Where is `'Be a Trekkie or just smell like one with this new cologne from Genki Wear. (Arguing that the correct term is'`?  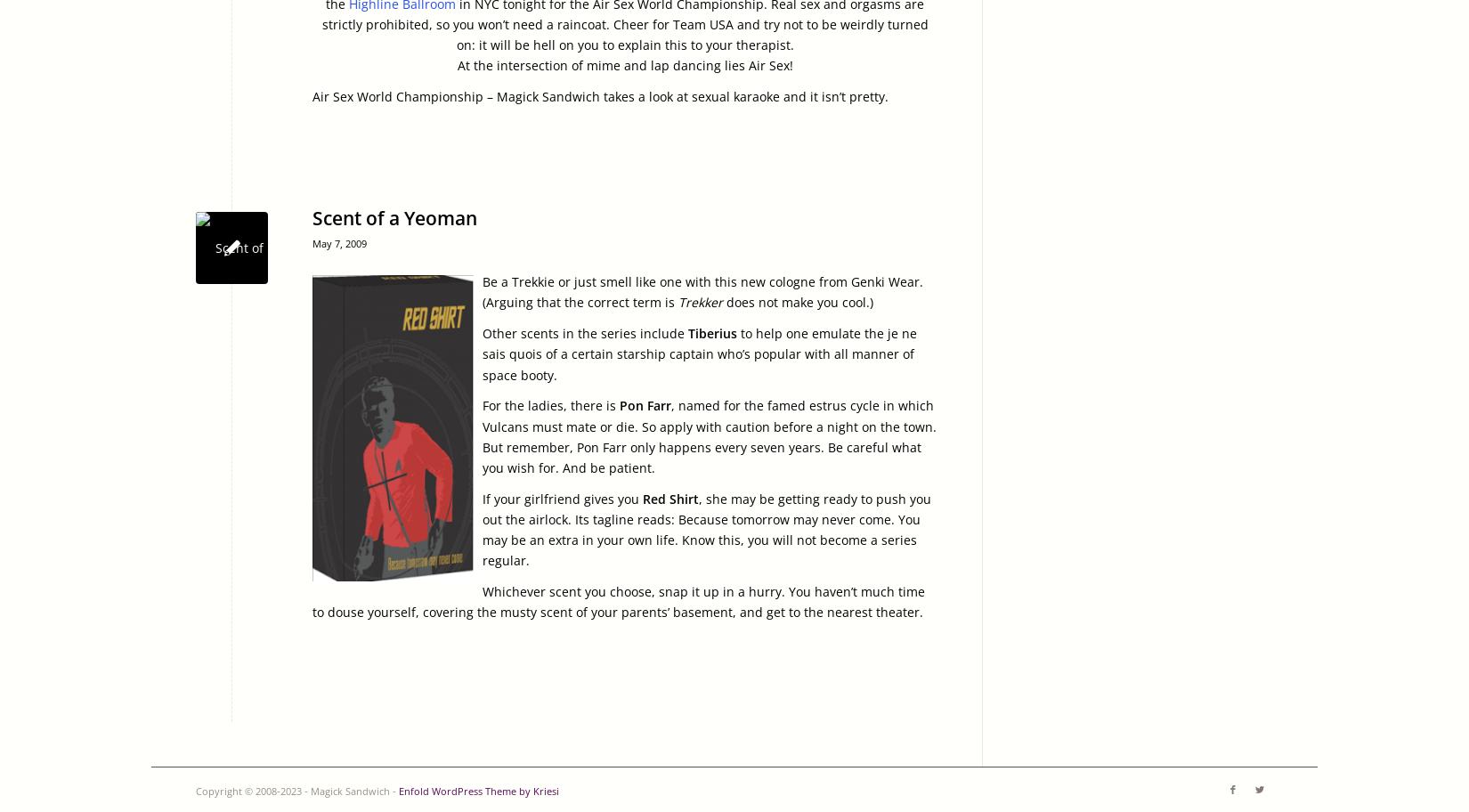 'Be a Trekkie or just smell like one with this new cologne from Genki Wear. (Arguing that the correct term is' is located at coordinates (702, 291).